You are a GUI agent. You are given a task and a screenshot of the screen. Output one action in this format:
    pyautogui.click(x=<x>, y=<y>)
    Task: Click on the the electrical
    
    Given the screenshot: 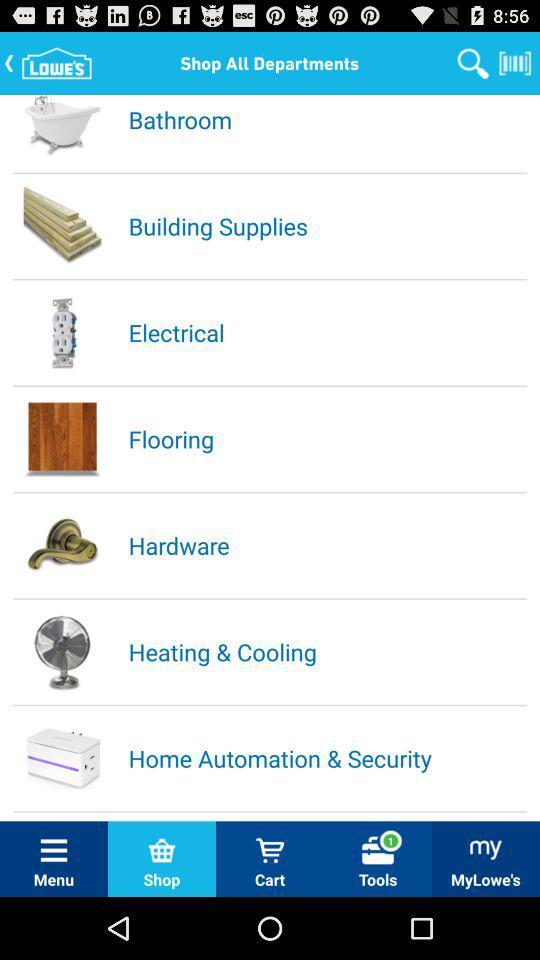 What is the action you would take?
    pyautogui.click(x=326, y=332)
    